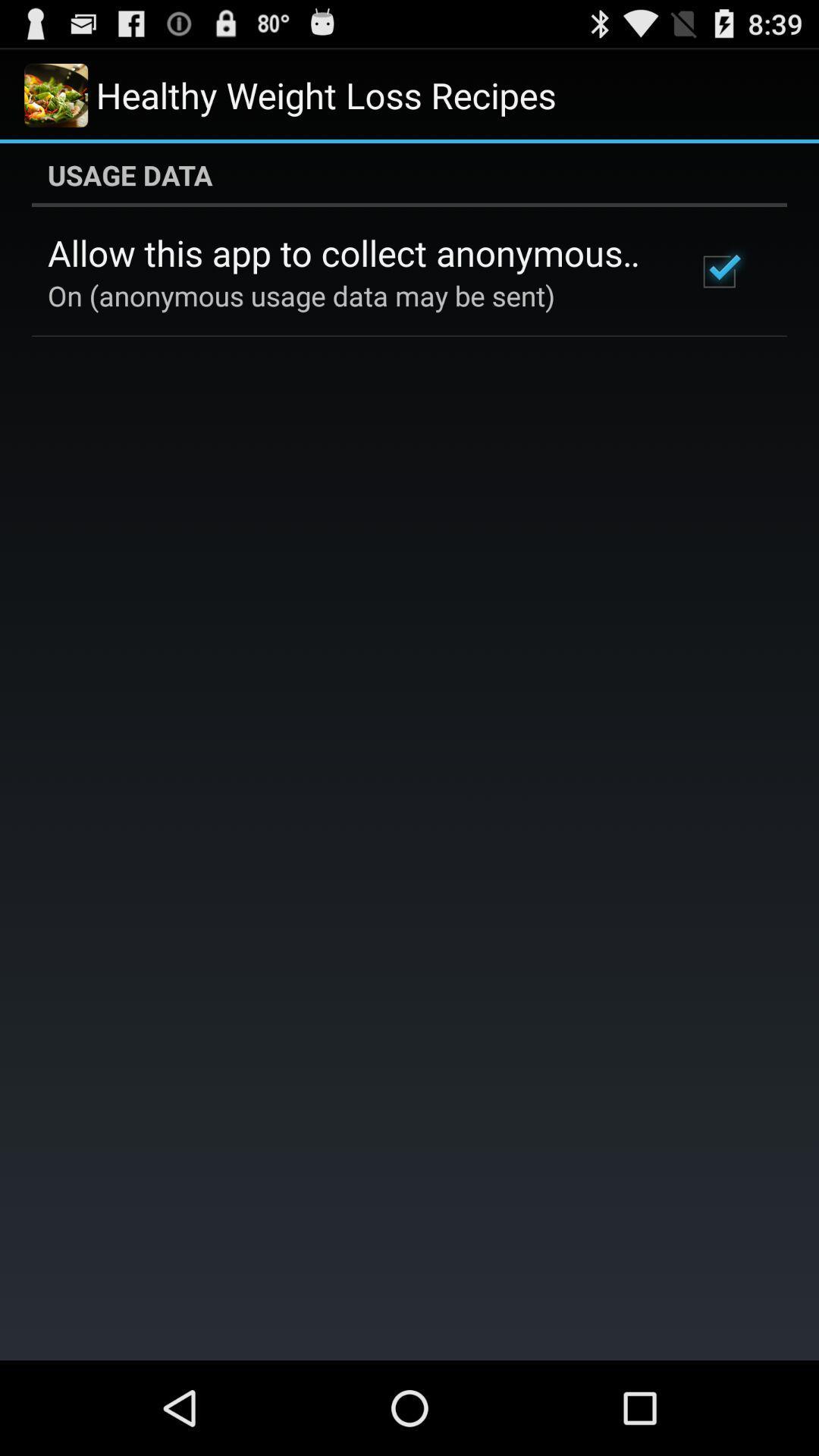 The image size is (819, 1456). I want to click on item next to allow this app icon, so click(718, 271).